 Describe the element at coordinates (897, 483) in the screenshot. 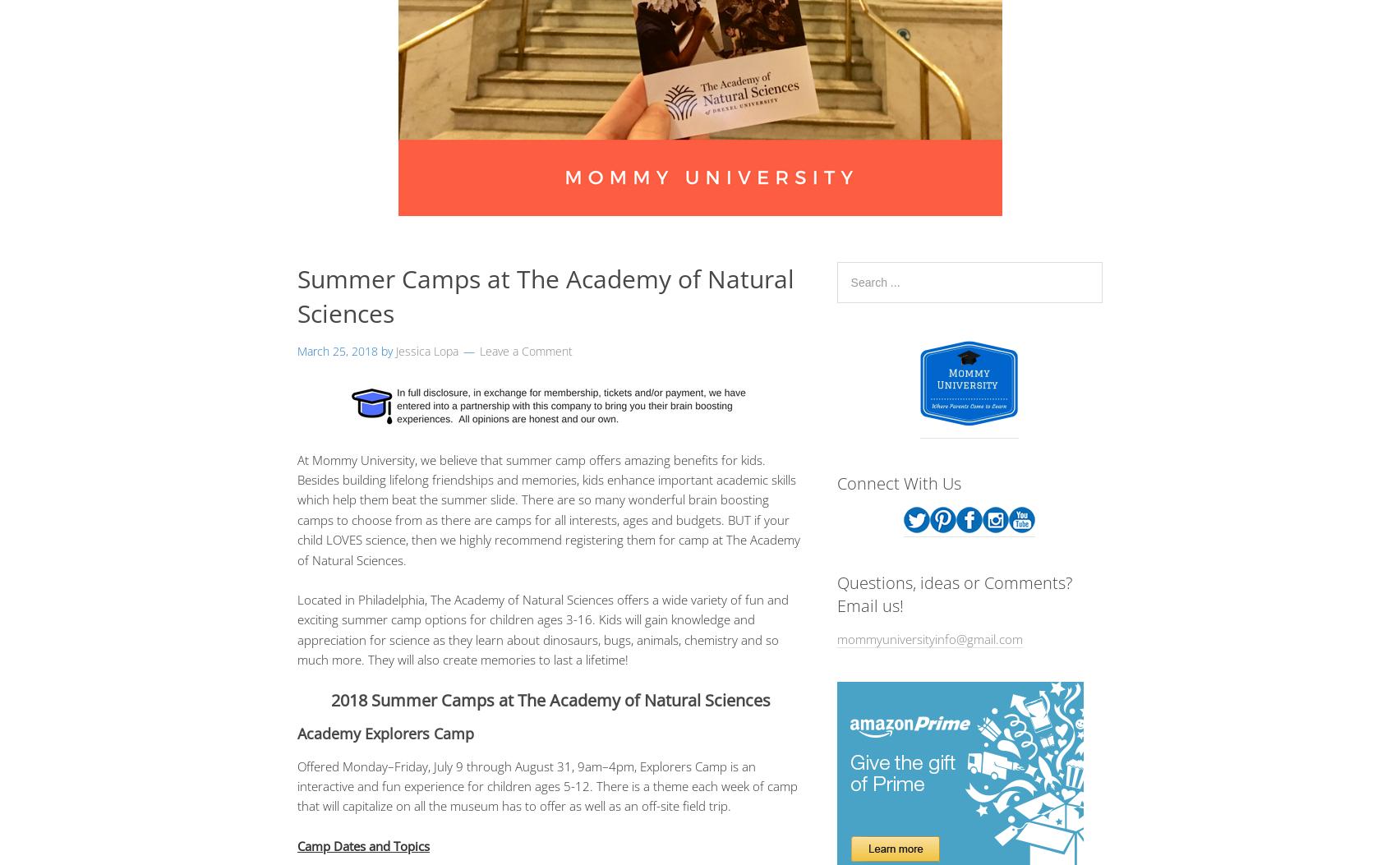

I see `'Connect With Us'` at that location.